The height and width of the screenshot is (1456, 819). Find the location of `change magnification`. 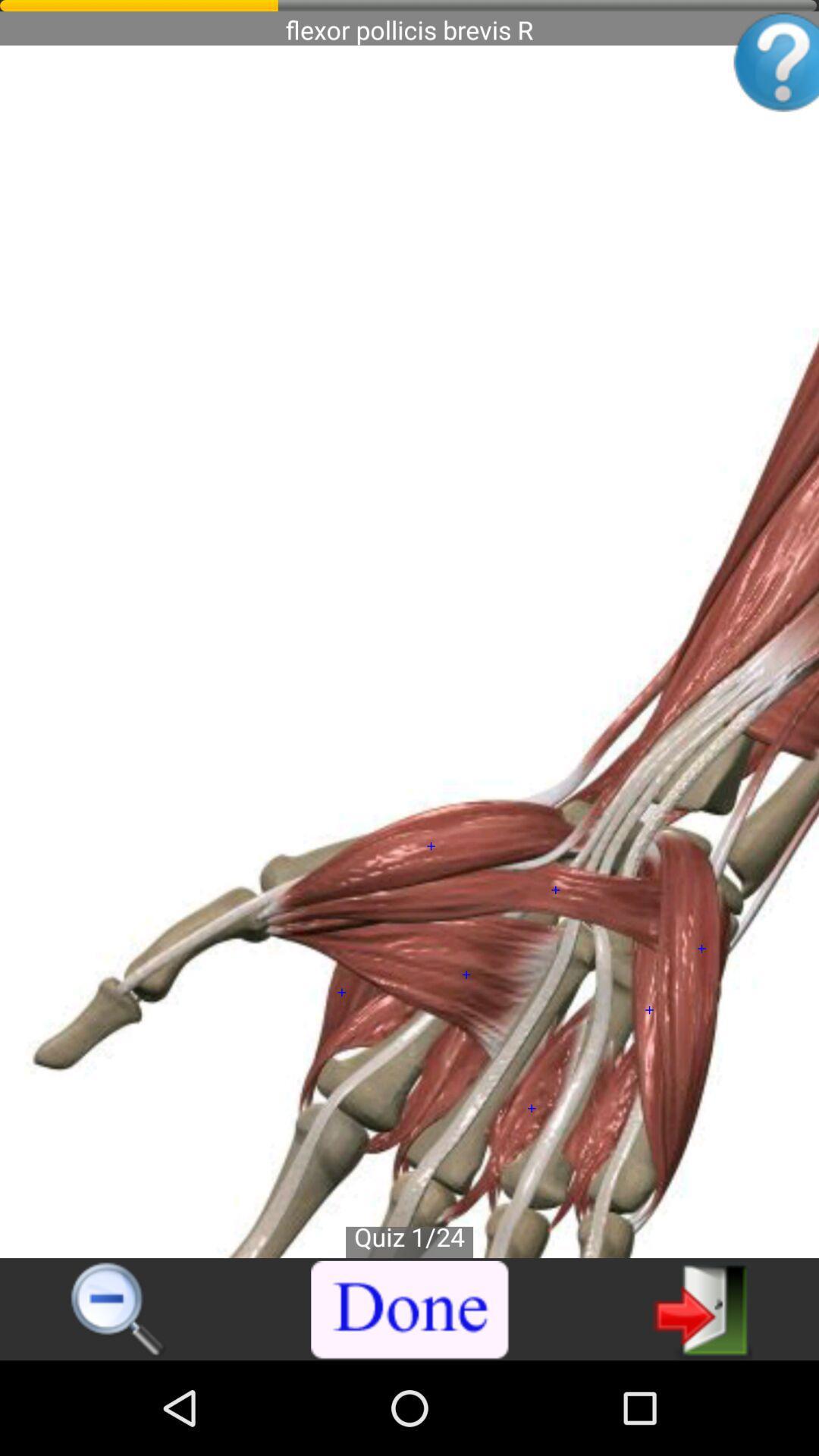

change magnification is located at coordinates (118, 1310).